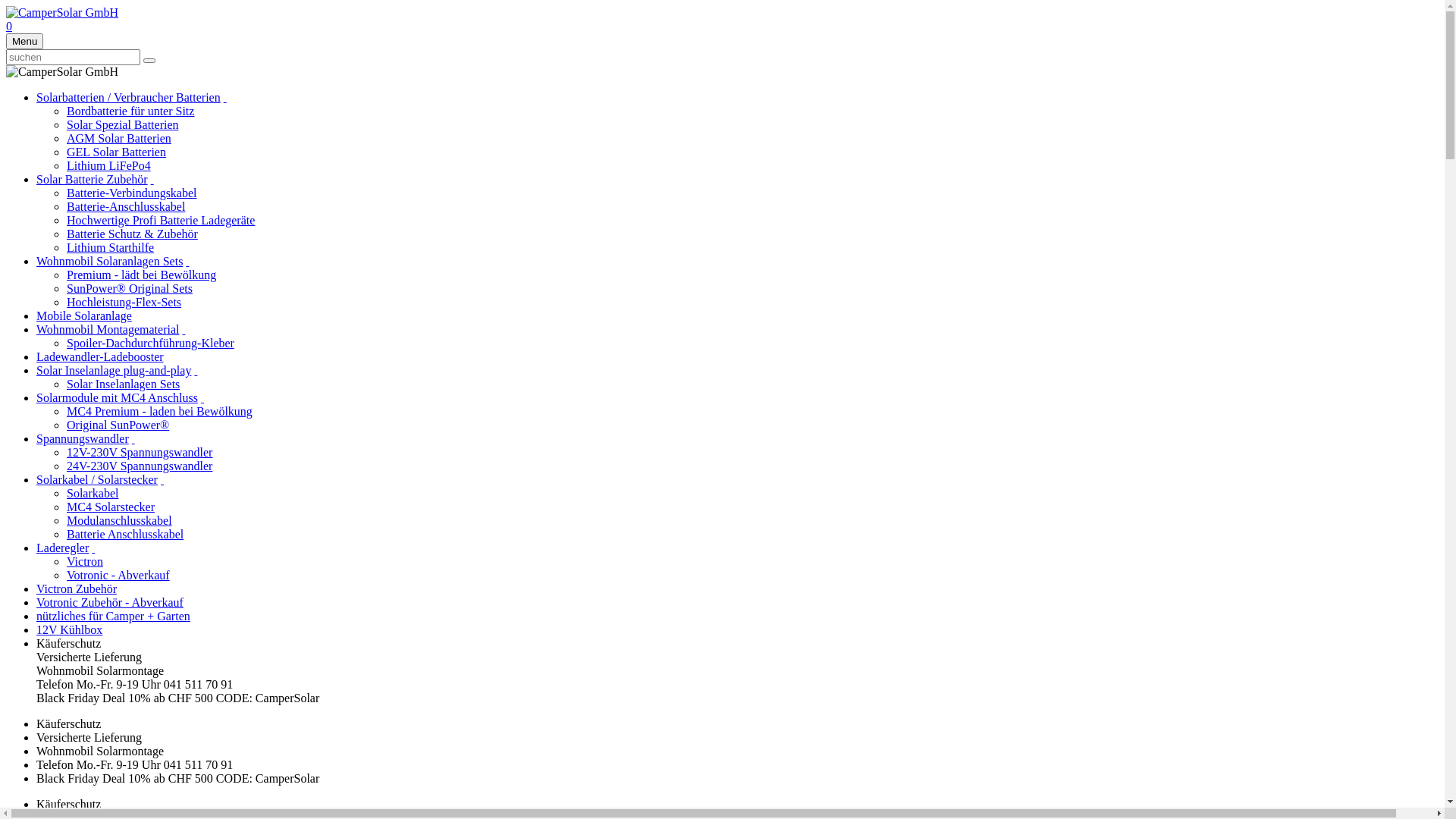 The image size is (1456, 819). Describe the element at coordinates (65, 519) in the screenshot. I see `'Modulanschlusskabel'` at that location.